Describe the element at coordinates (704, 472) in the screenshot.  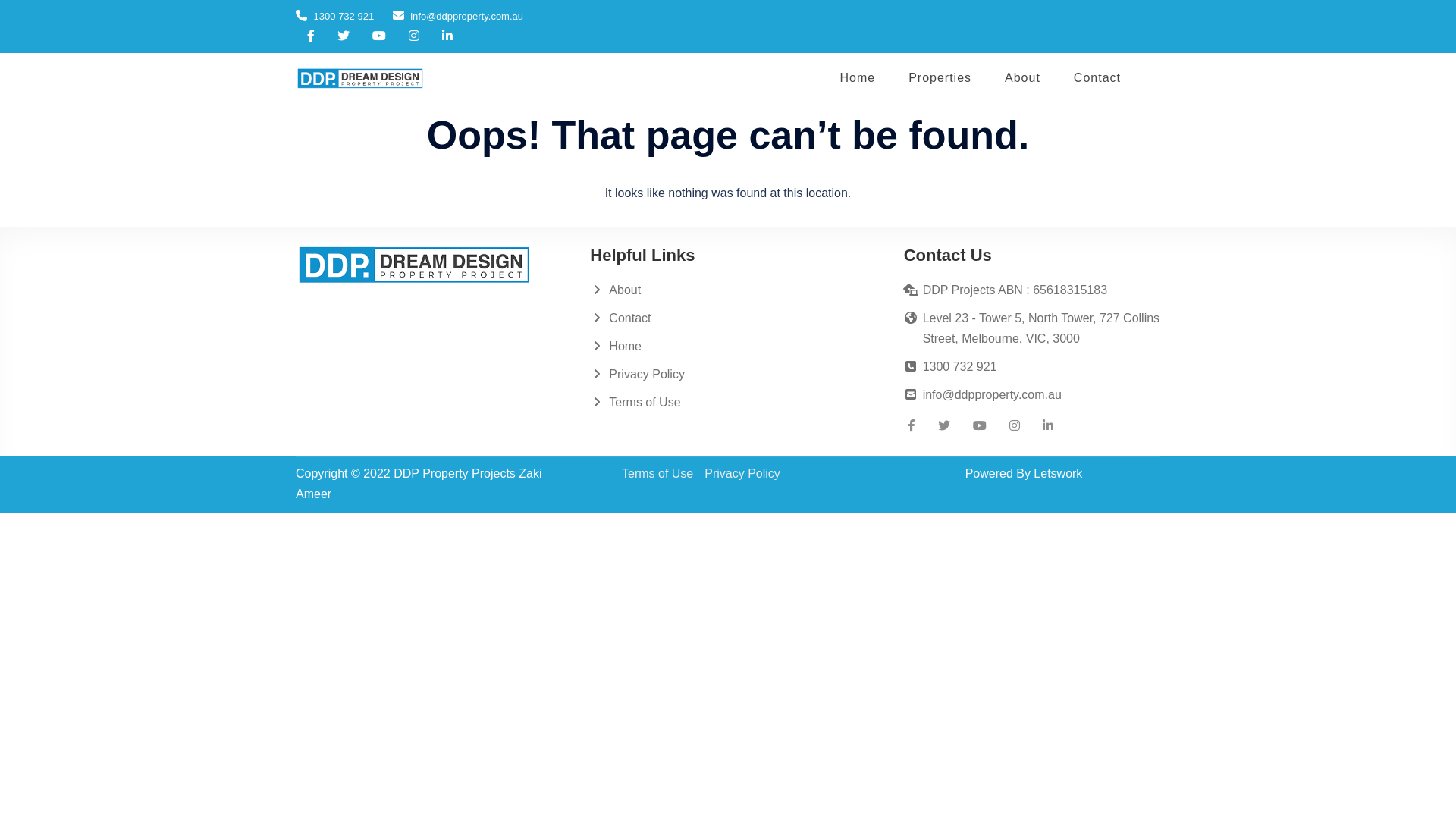
I see `'Privacy Policy'` at that location.